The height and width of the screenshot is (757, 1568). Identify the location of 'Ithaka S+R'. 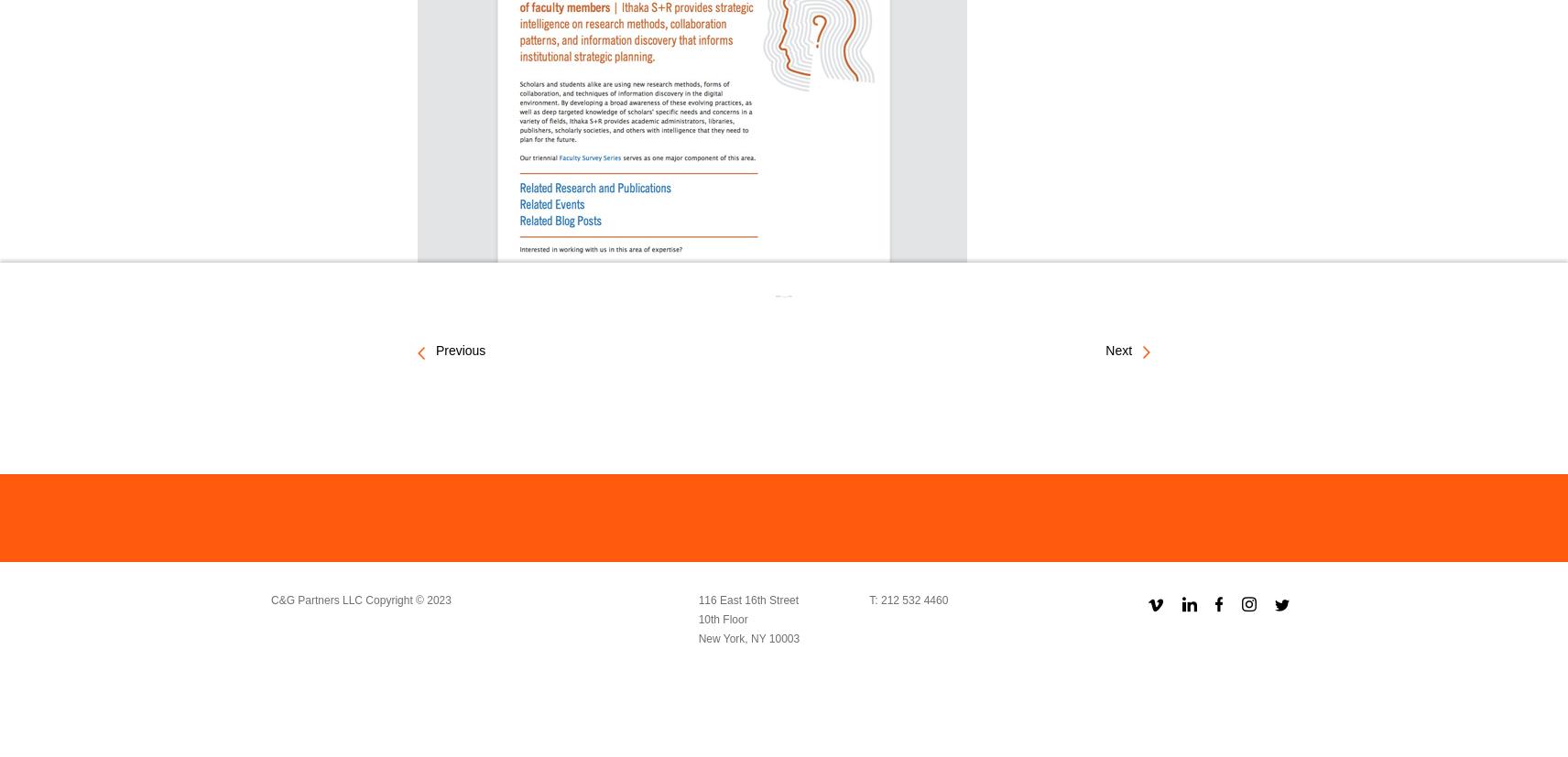
(531, 298).